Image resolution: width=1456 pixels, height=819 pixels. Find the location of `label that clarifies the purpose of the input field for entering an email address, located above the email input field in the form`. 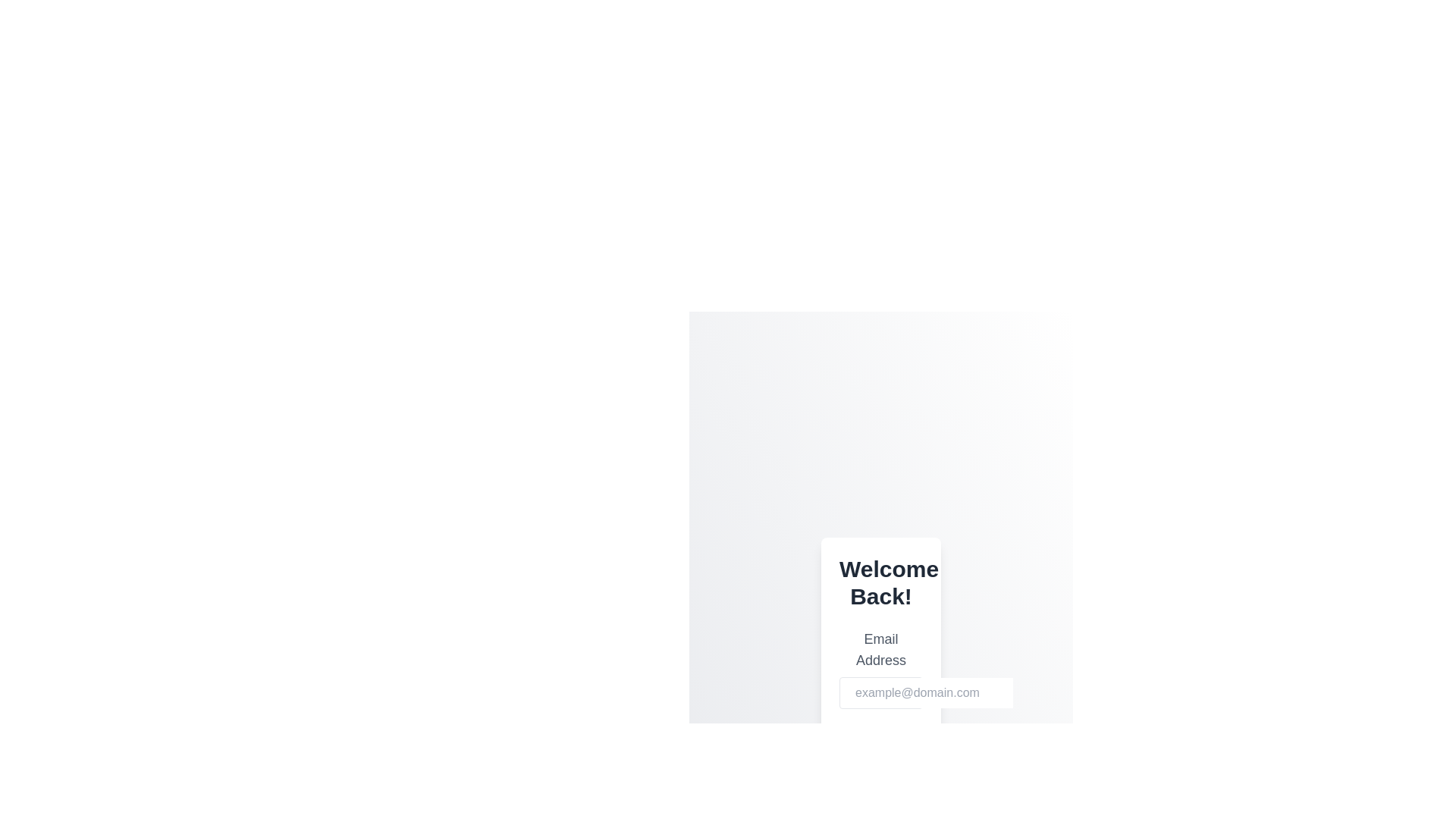

label that clarifies the purpose of the input field for entering an email address, located above the email input field in the form is located at coordinates (880, 668).